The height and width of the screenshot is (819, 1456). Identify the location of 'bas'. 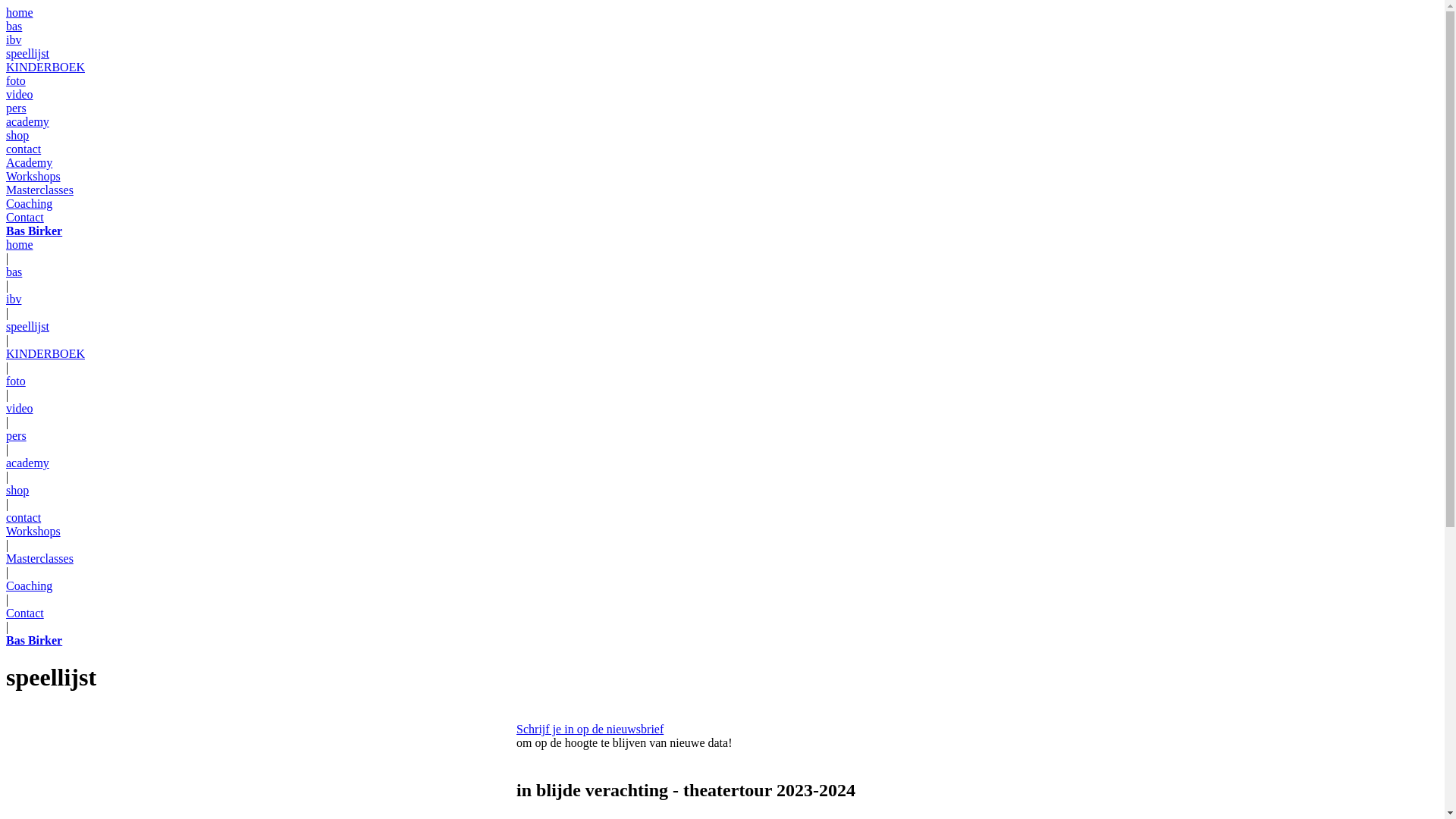
(6, 26).